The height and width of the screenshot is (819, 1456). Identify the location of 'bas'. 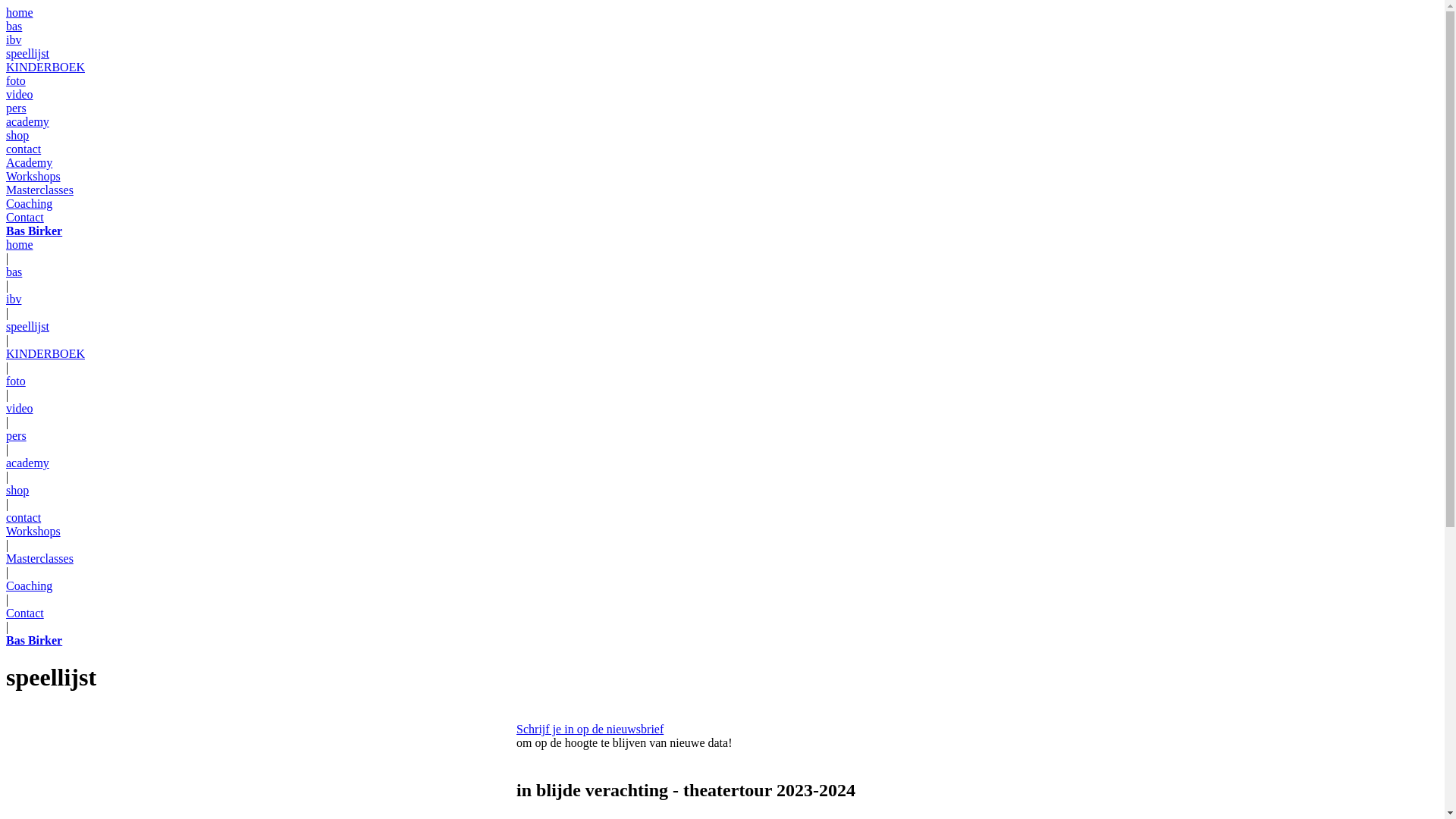
(6, 26).